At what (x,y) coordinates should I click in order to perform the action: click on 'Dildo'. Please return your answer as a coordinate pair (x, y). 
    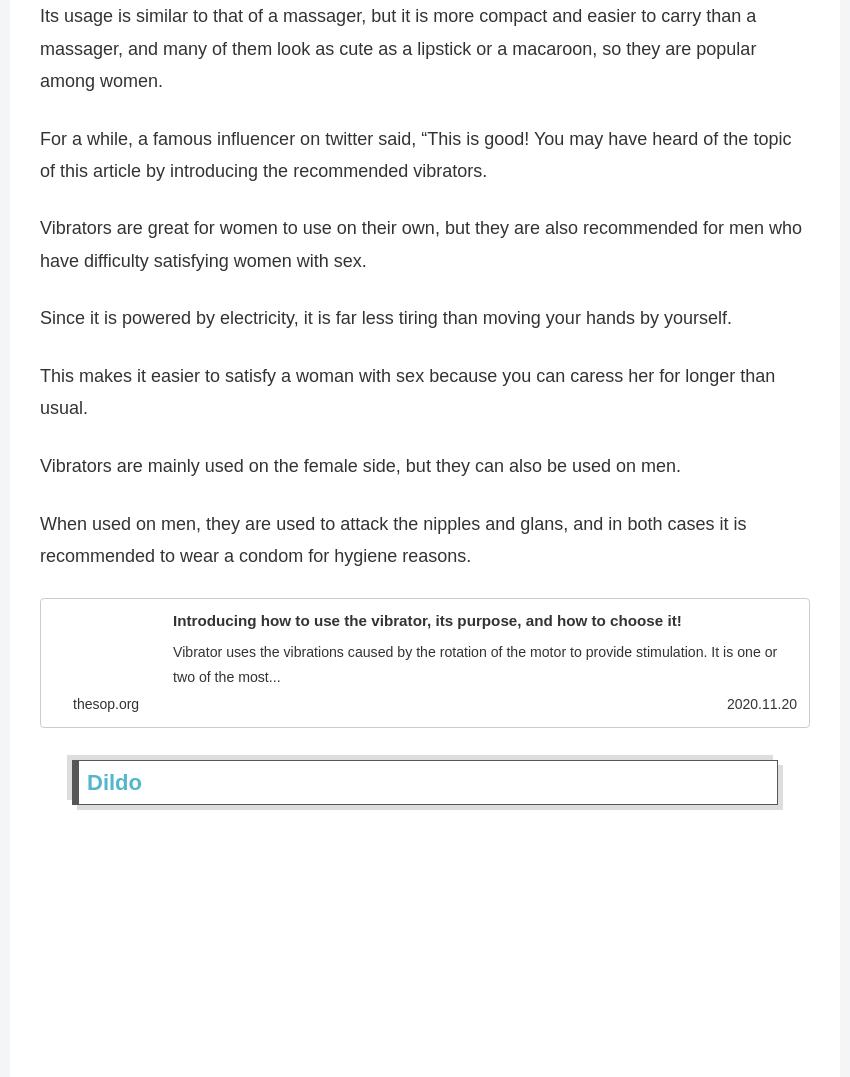
    Looking at the image, I should click on (113, 789).